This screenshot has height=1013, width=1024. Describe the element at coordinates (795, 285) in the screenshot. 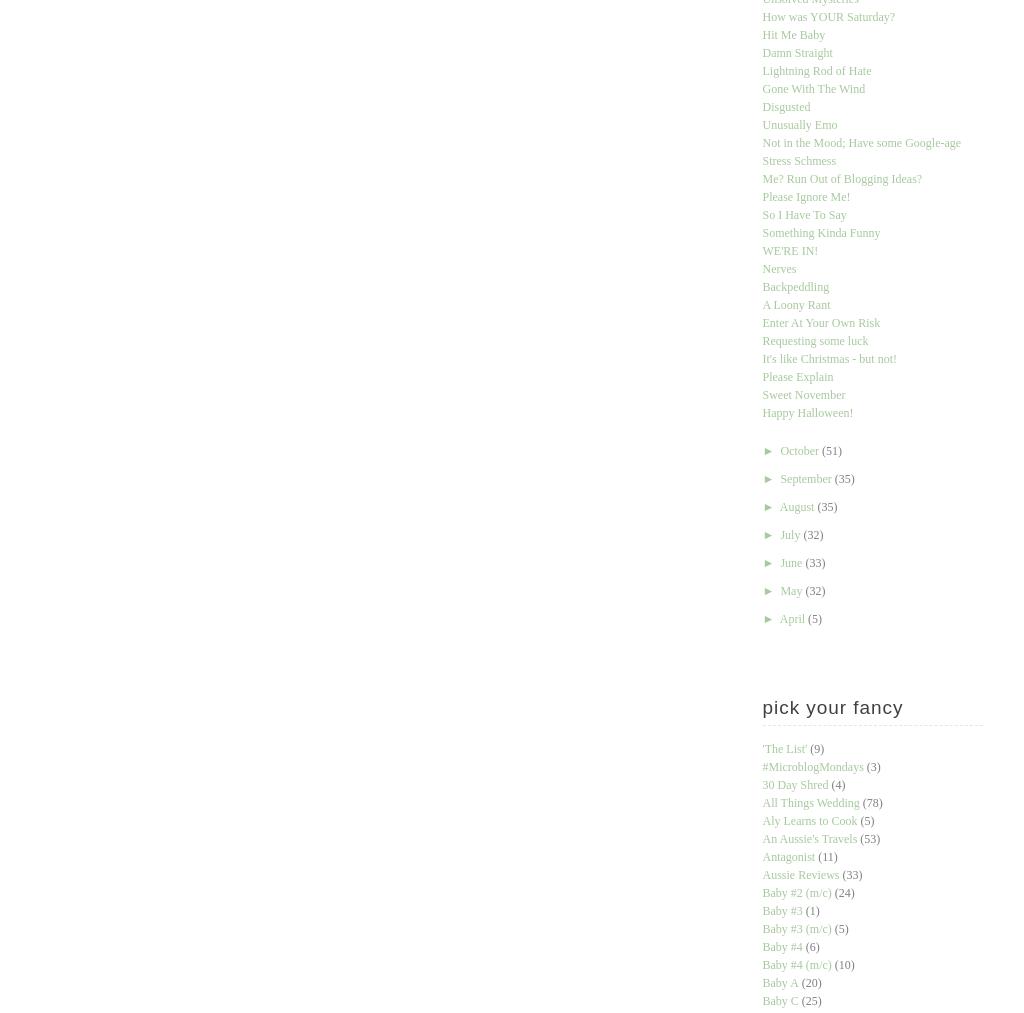

I see `'Backpeddling'` at that location.